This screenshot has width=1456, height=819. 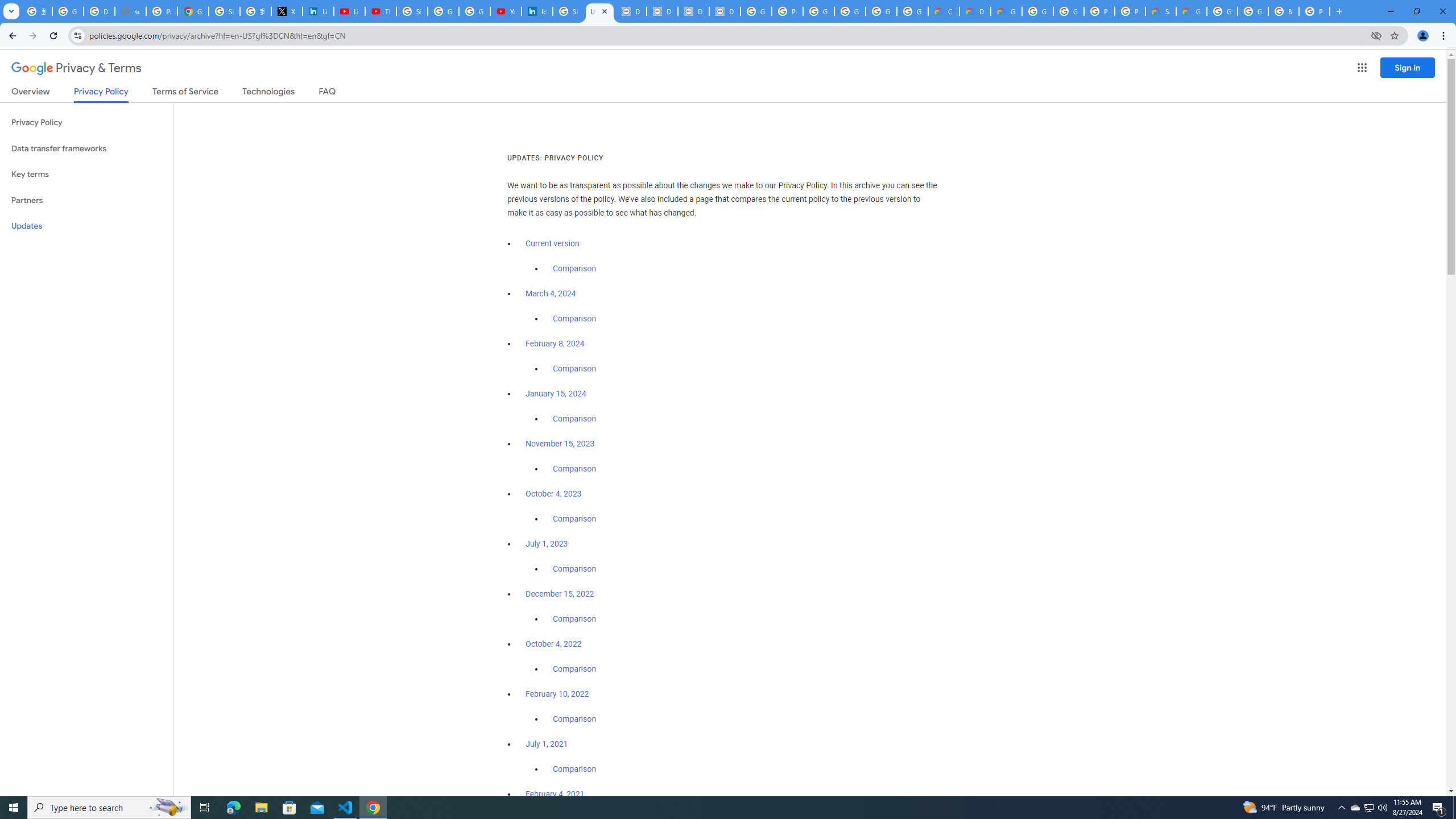 I want to click on 'Technologies', so click(x=268, y=93).